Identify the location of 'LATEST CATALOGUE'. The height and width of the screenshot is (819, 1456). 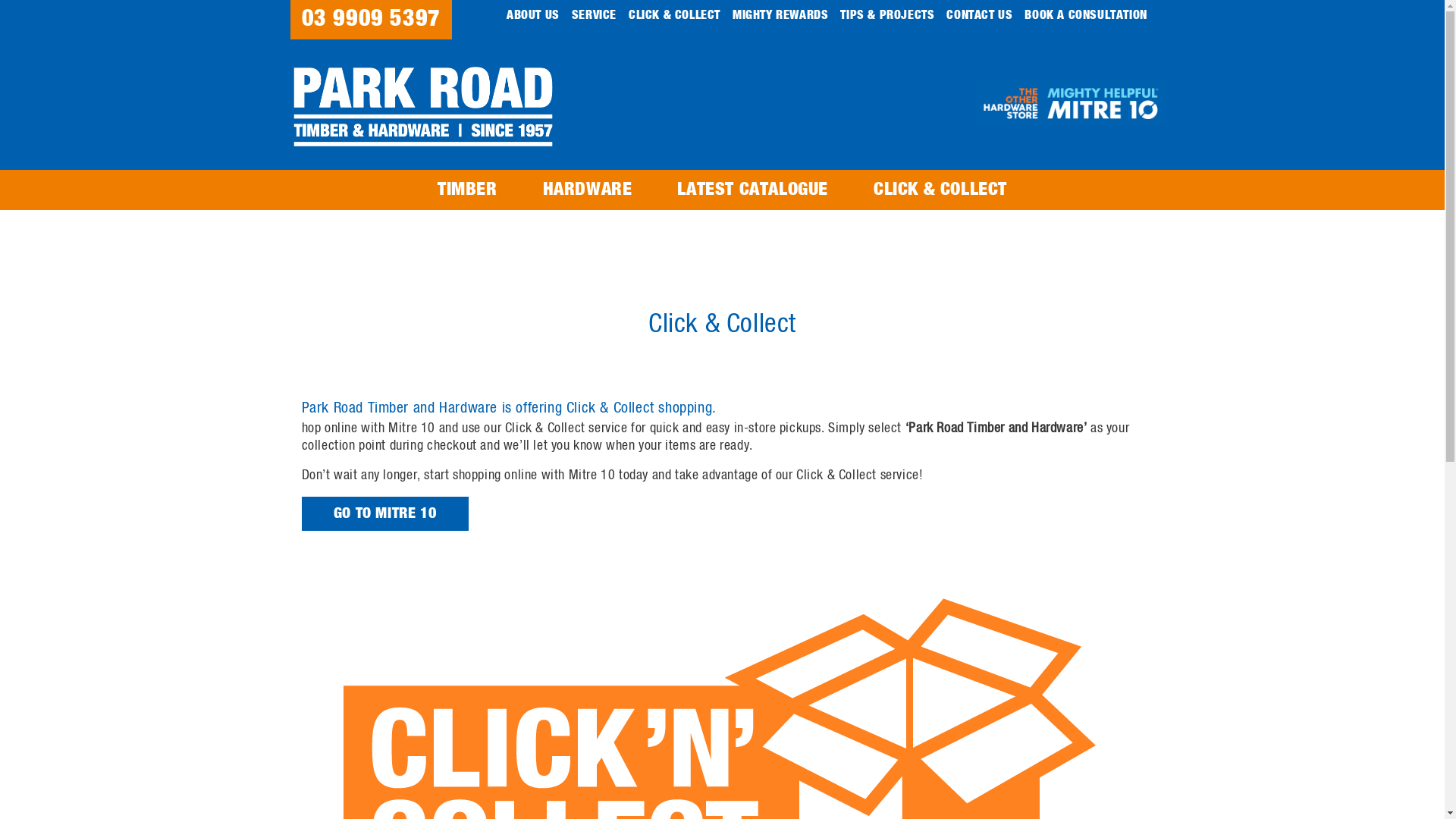
(752, 189).